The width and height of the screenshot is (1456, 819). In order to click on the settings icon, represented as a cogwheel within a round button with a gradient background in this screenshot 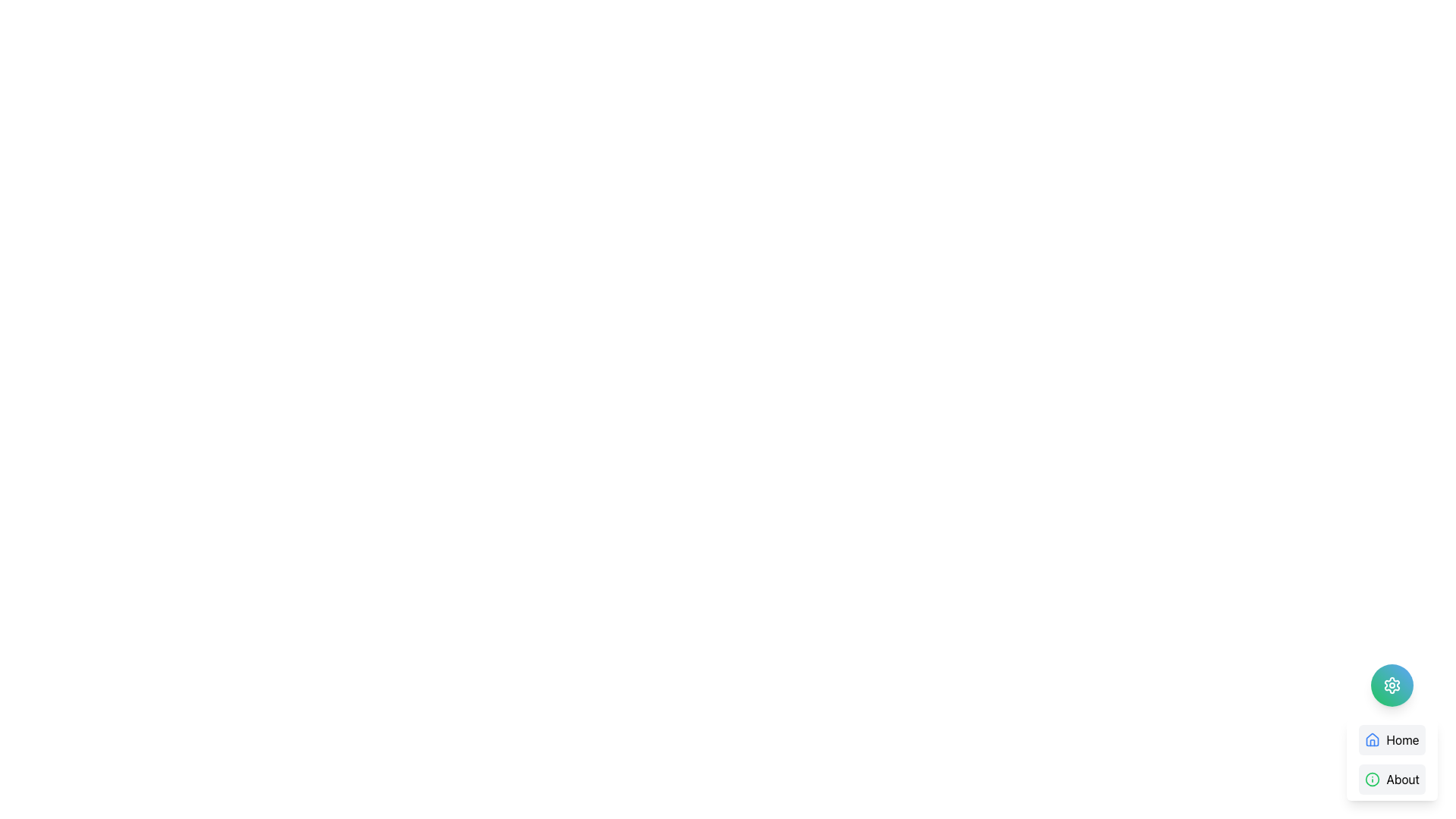, I will do `click(1392, 685)`.